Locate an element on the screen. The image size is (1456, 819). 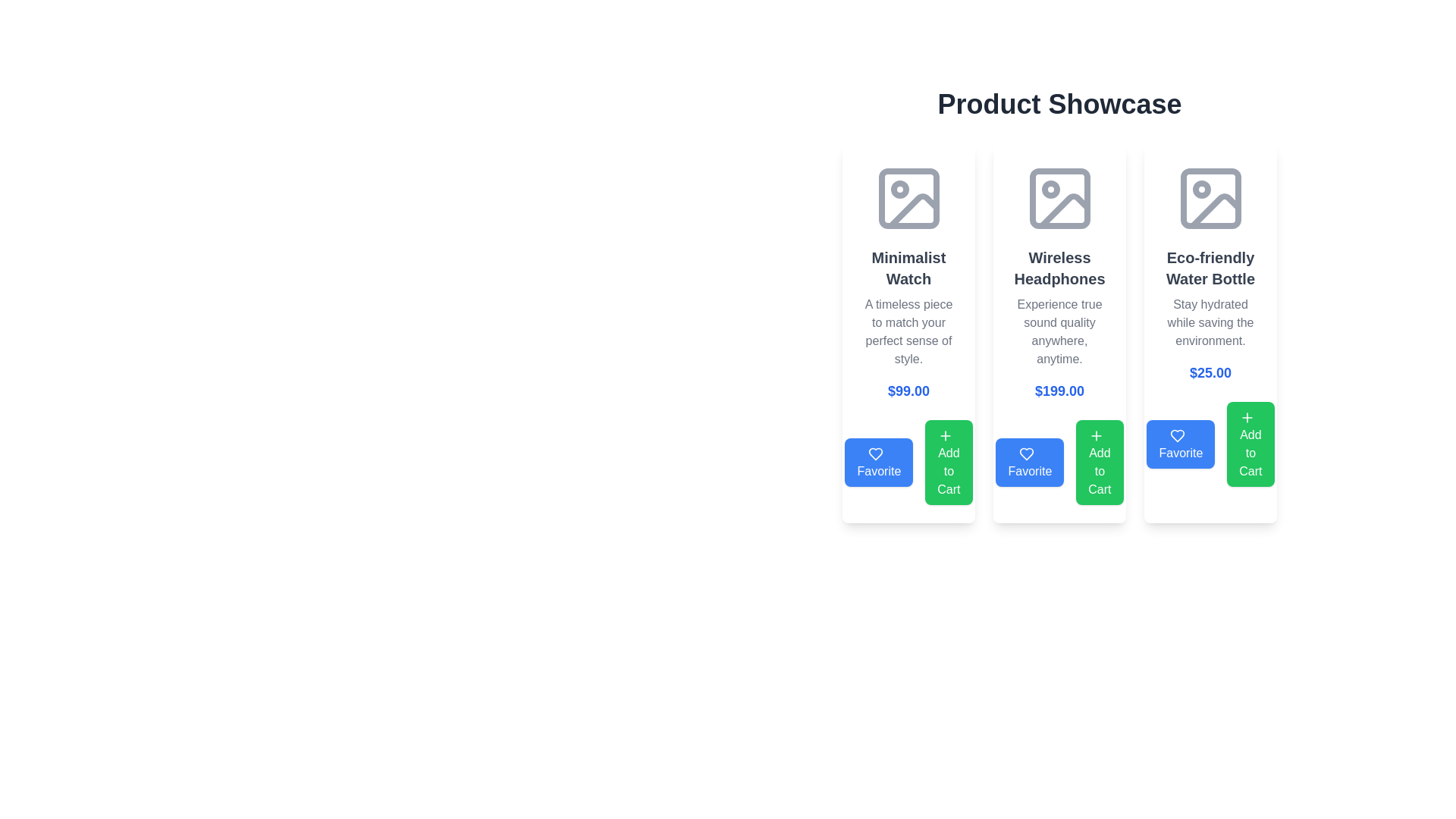
the 'Favorite' button with a blue background and a white heart icon is located at coordinates (1030, 461).